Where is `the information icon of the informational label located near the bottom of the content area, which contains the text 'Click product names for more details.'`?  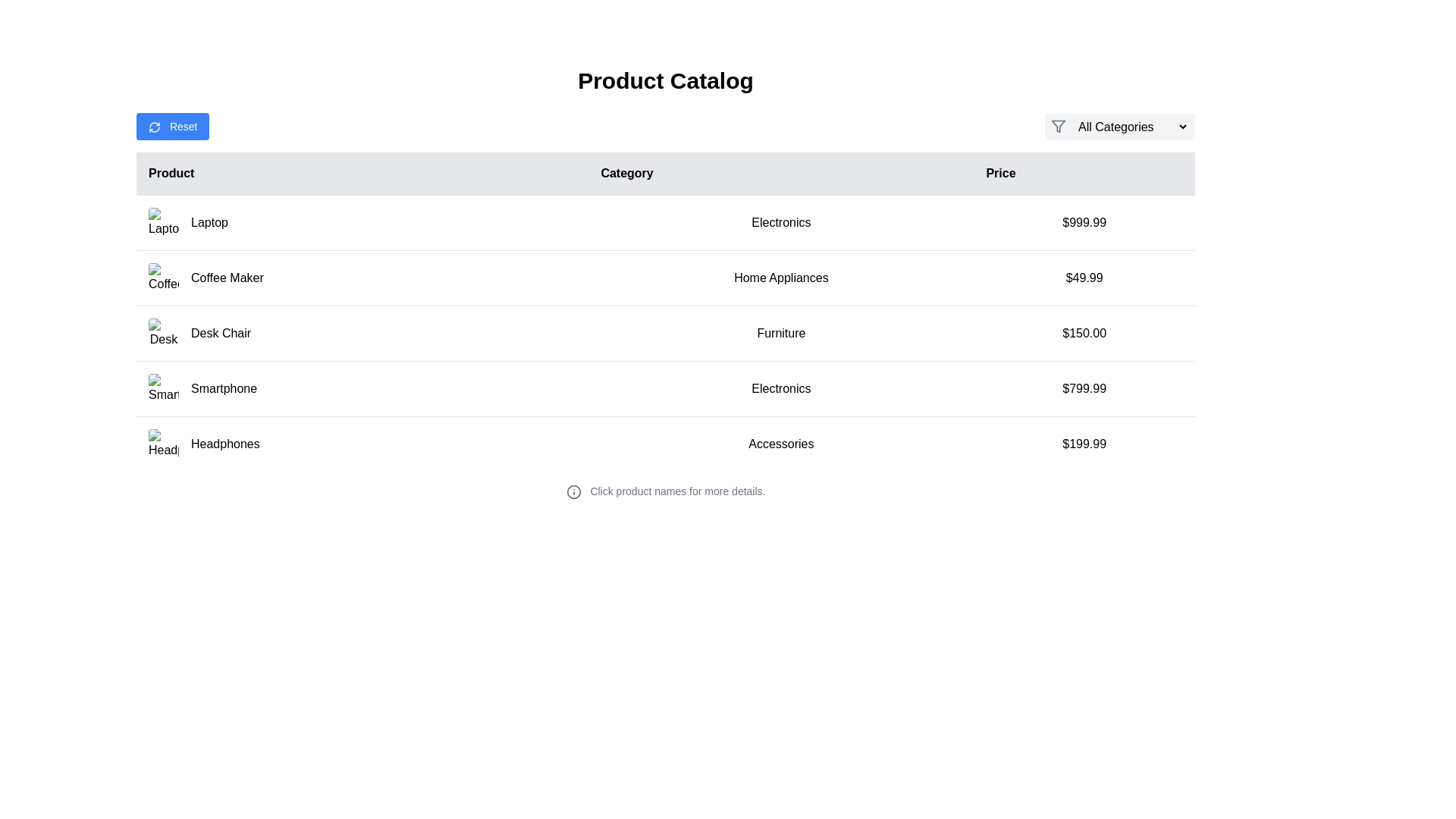
the information icon of the informational label located near the bottom of the content area, which contains the text 'Click product names for more details.' is located at coordinates (666, 491).